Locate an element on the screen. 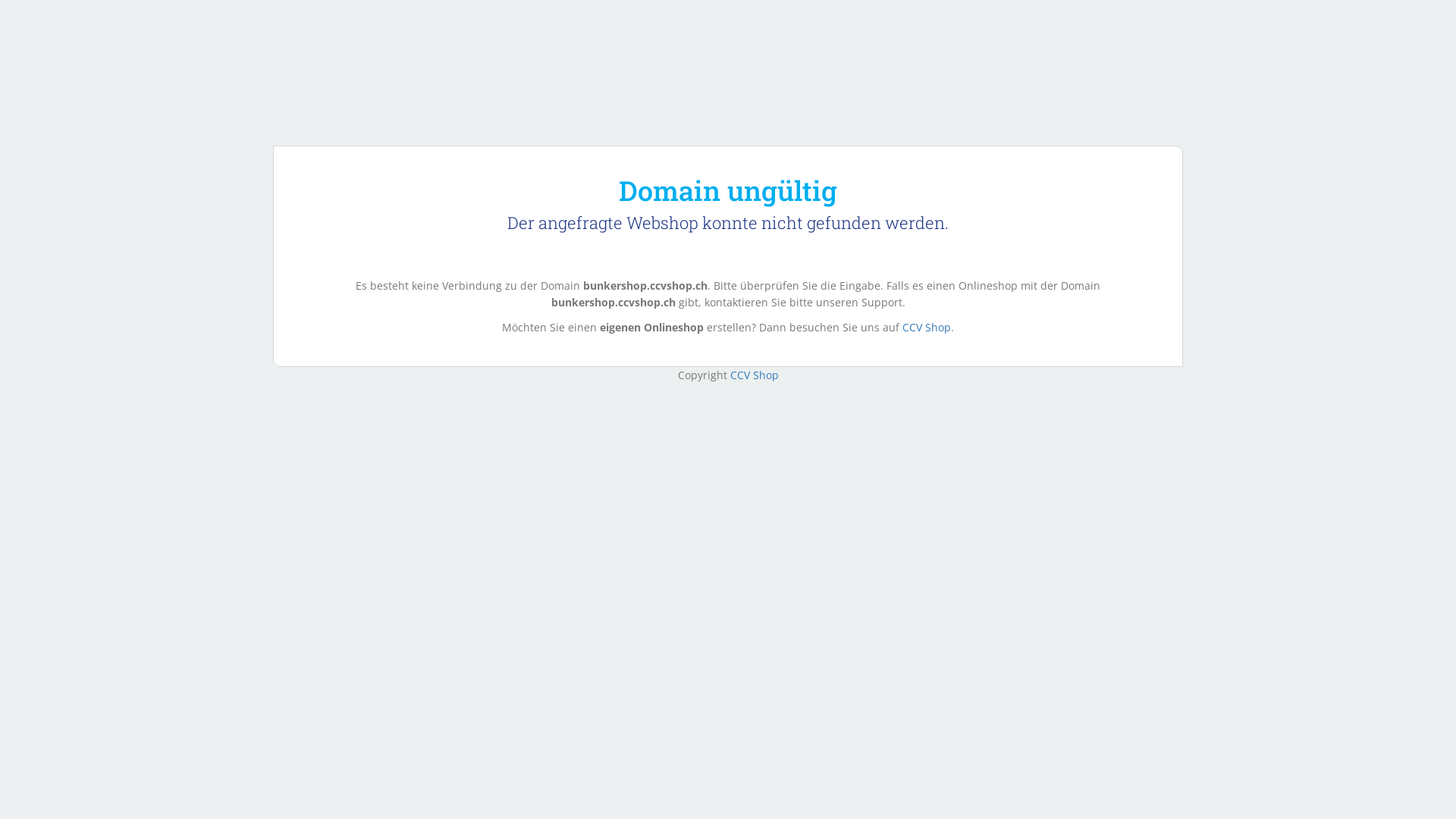 This screenshot has width=1456, height=819. 'CCV Shop' is located at coordinates (926, 326).